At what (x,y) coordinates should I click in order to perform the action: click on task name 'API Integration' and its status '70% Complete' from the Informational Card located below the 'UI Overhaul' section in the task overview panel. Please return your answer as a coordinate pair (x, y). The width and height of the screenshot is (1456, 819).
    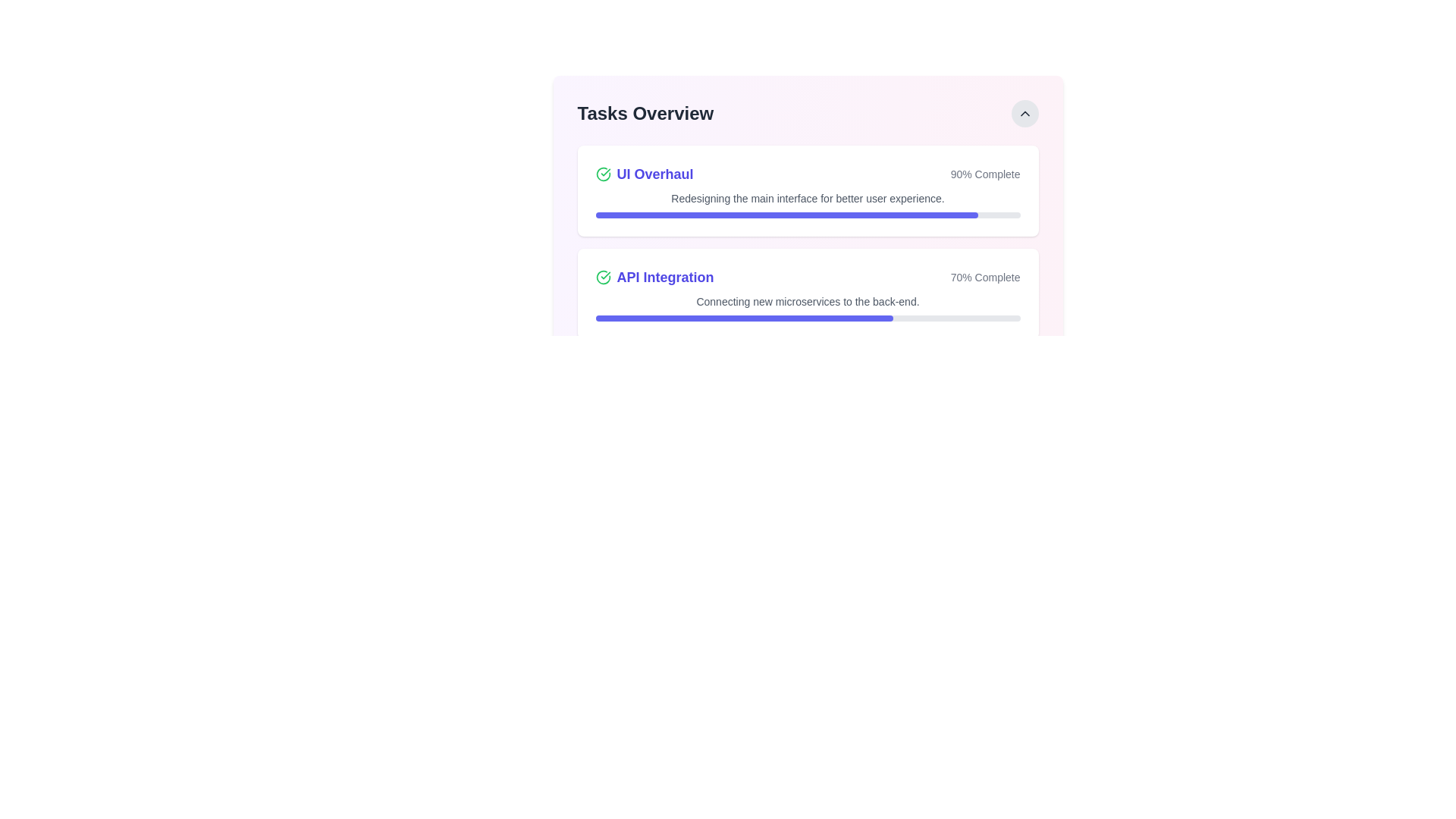
    Looking at the image, I should click on (807, 278).